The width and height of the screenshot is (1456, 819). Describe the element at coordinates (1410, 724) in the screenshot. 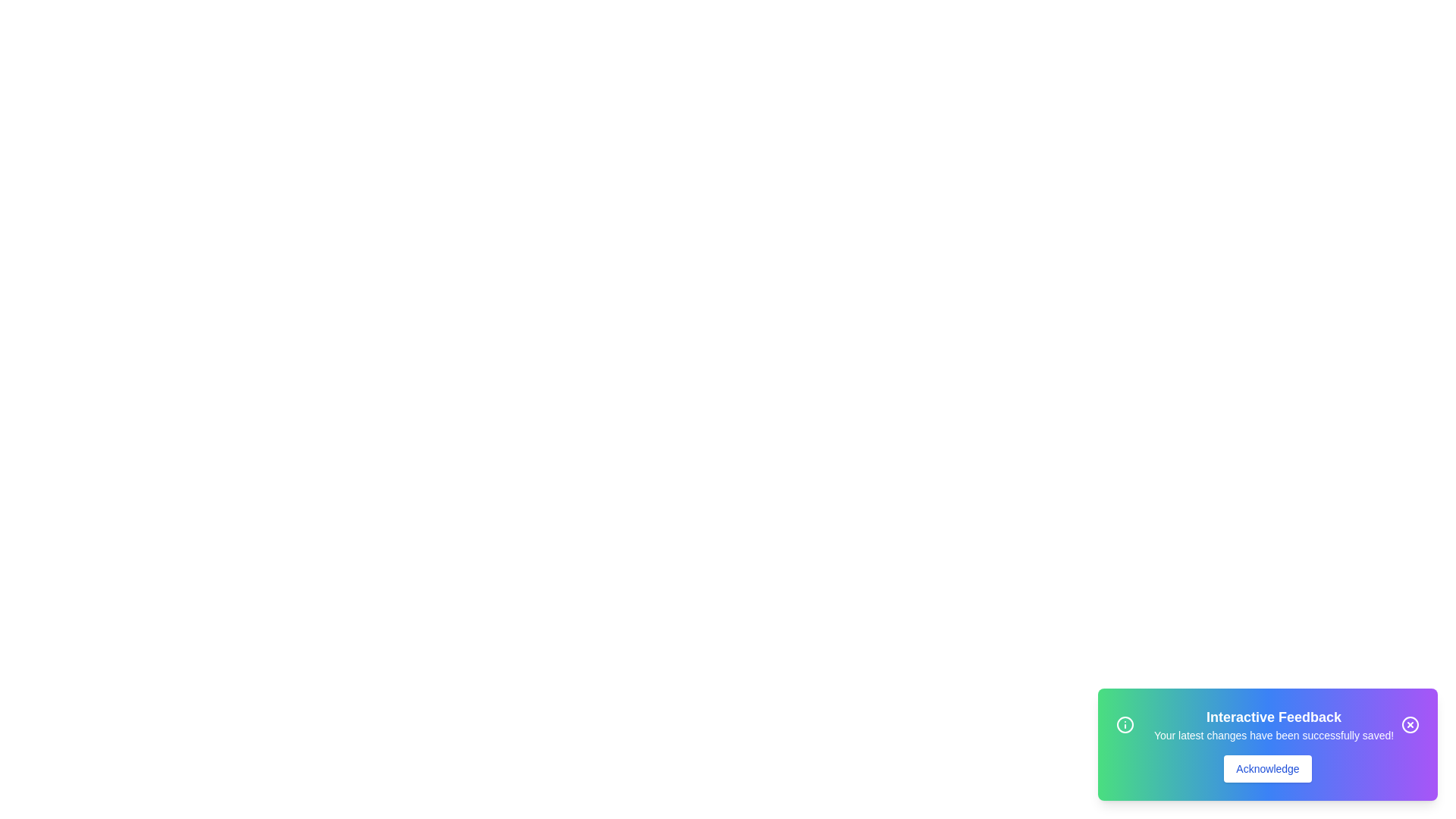

I see `the decorative vector graphic circle located in the bottom-right corner of the notification panel, which is part of an icon associated with the 'Acknowledge' button` at that location.